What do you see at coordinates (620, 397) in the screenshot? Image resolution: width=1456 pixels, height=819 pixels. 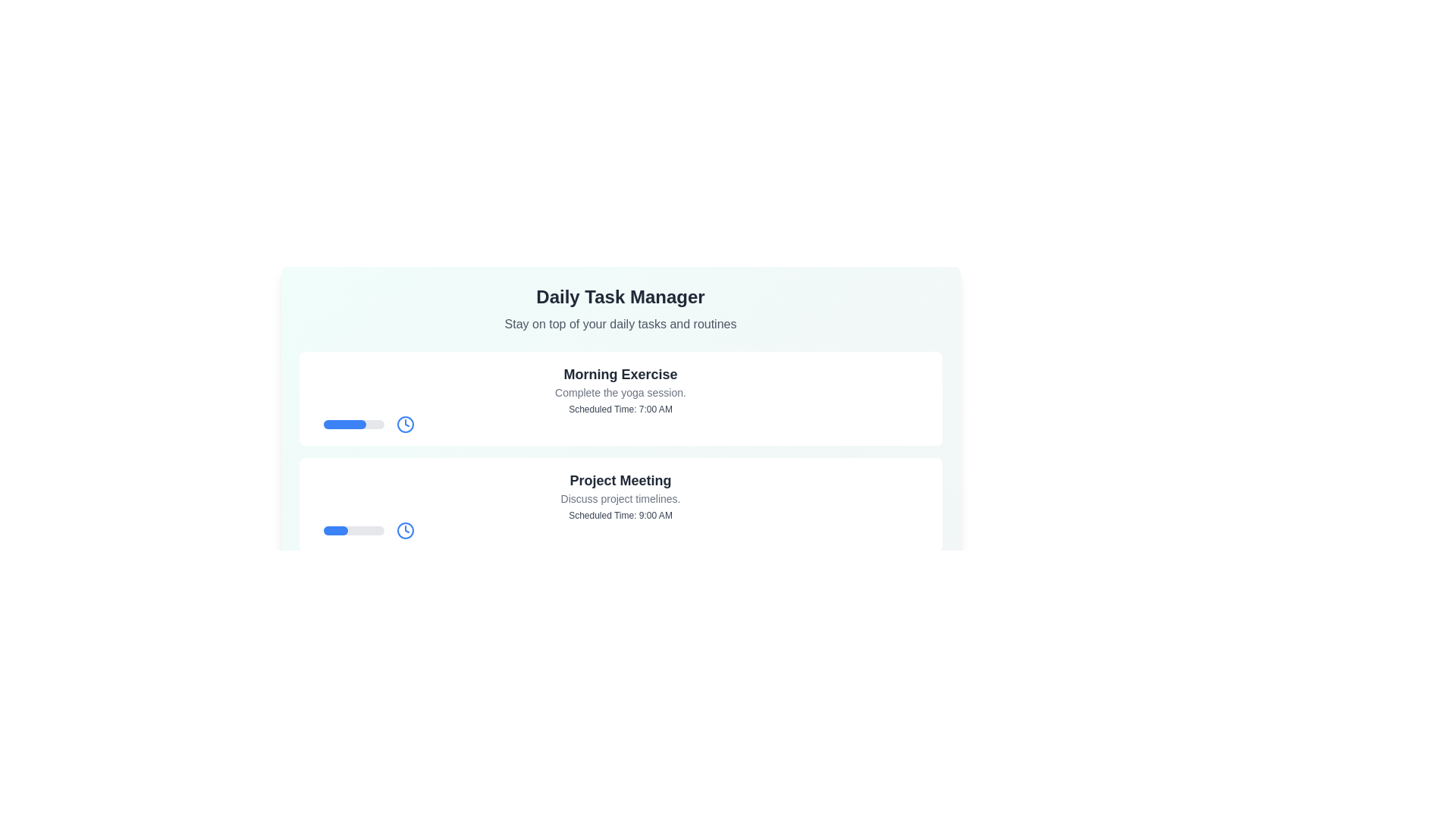 I see `the first task card in the Daily Task Manager to plan the task details` at bounding box center [620, 397].